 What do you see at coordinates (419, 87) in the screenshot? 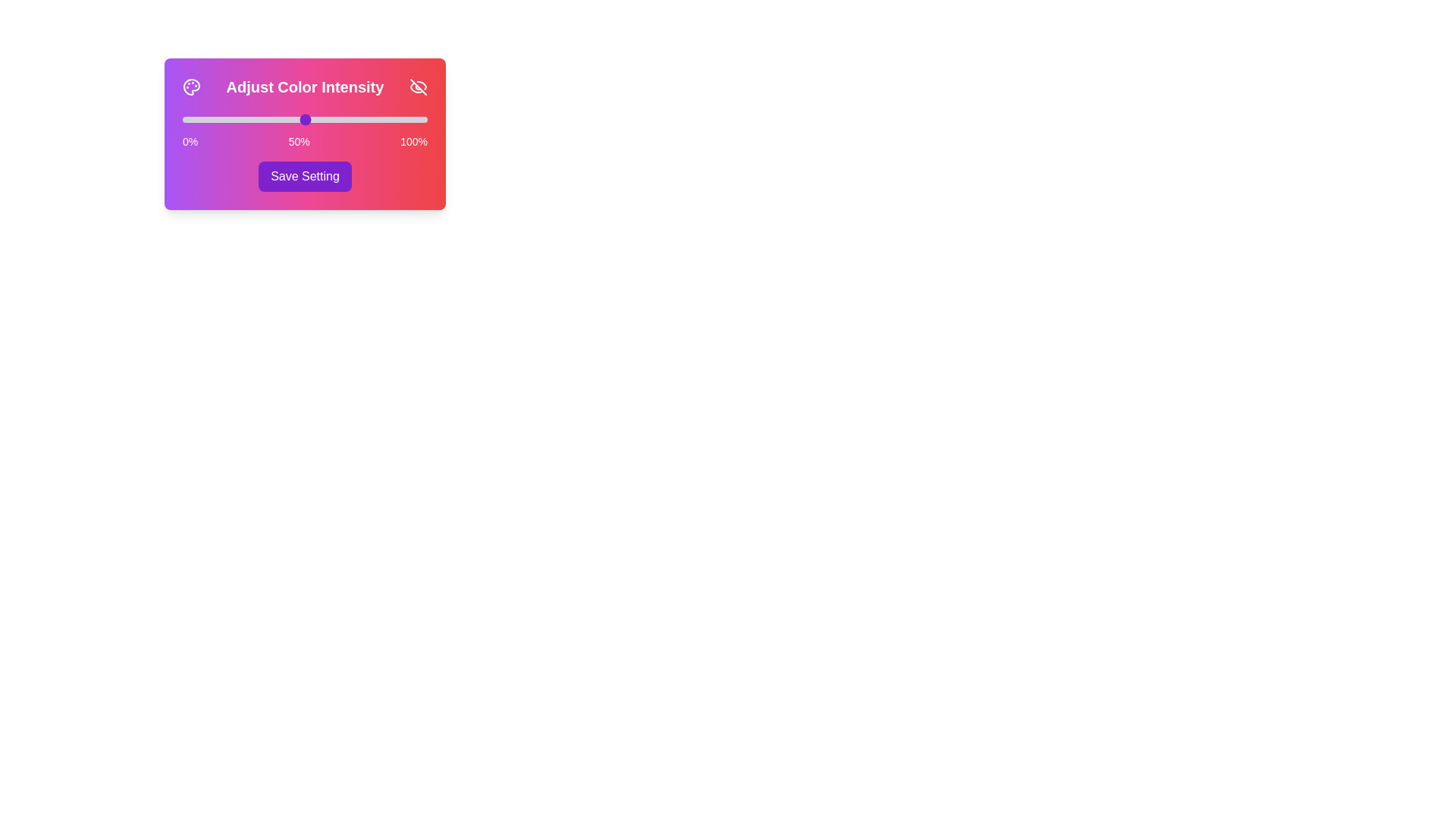
I see `the Eye icon` at bounding box center [419, 87].